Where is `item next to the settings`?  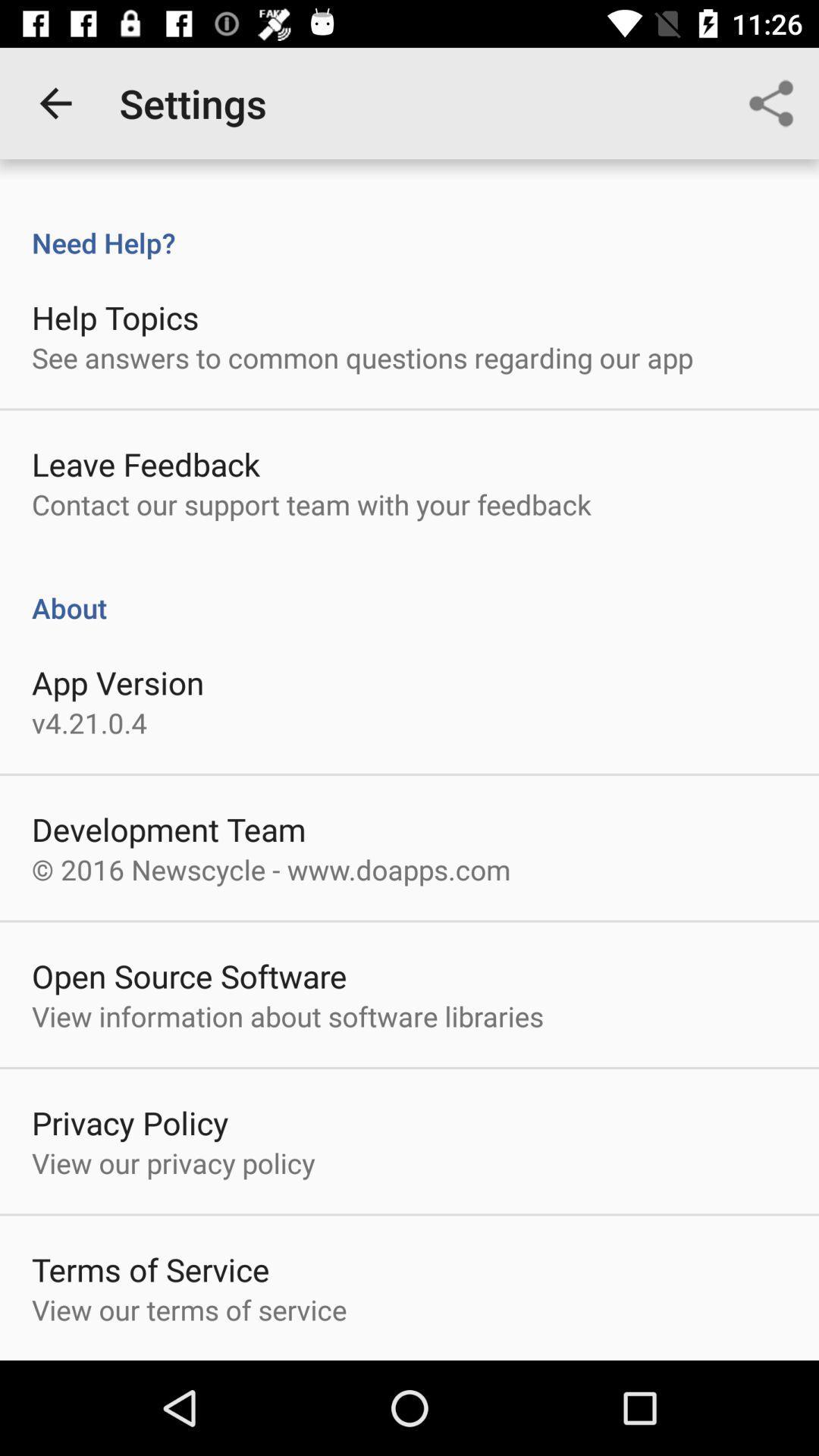
item next to the settings is located at coordinates (55, 102).